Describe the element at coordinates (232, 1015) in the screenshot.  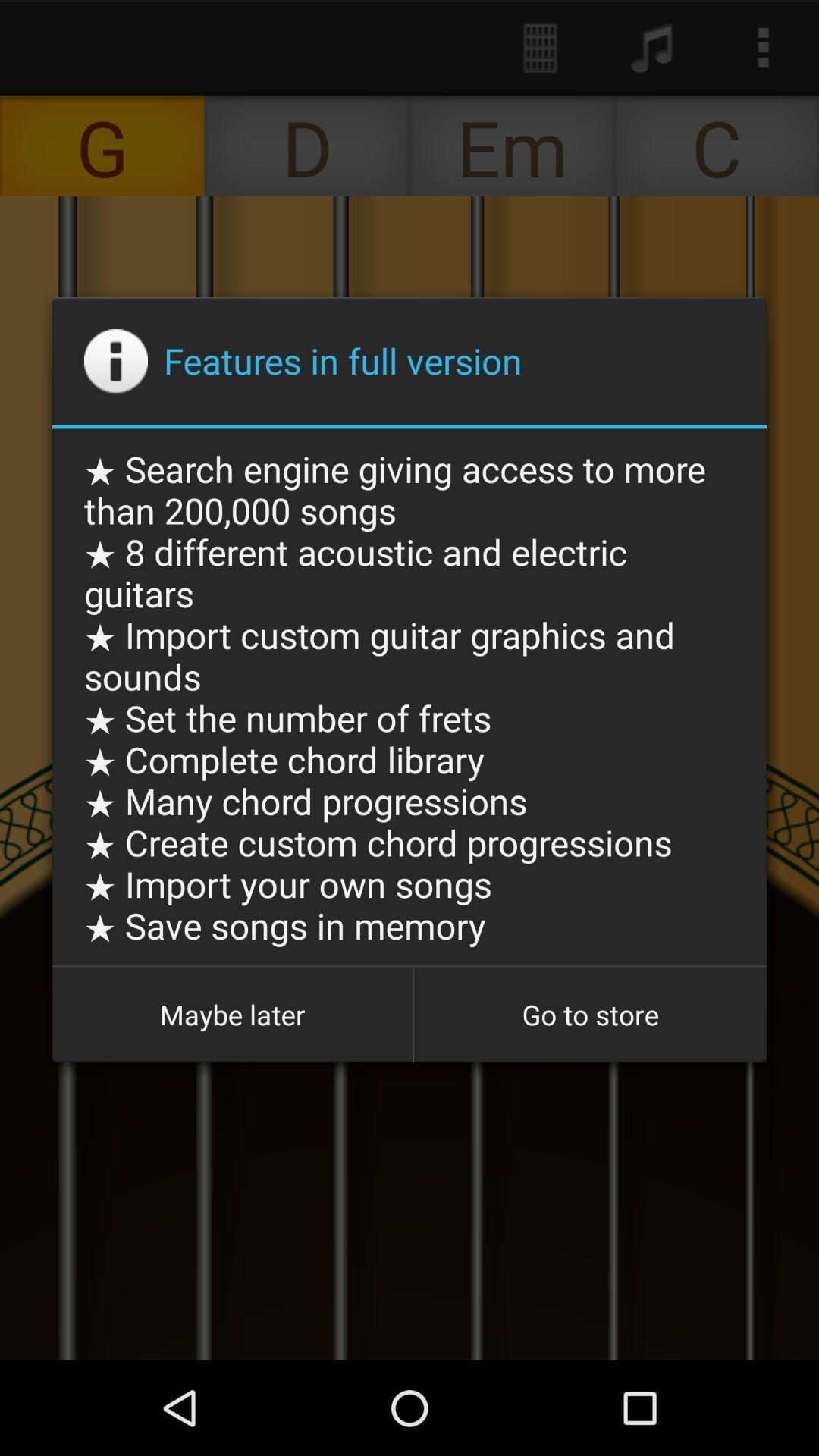
I see `the app below search engine giving` at that location.